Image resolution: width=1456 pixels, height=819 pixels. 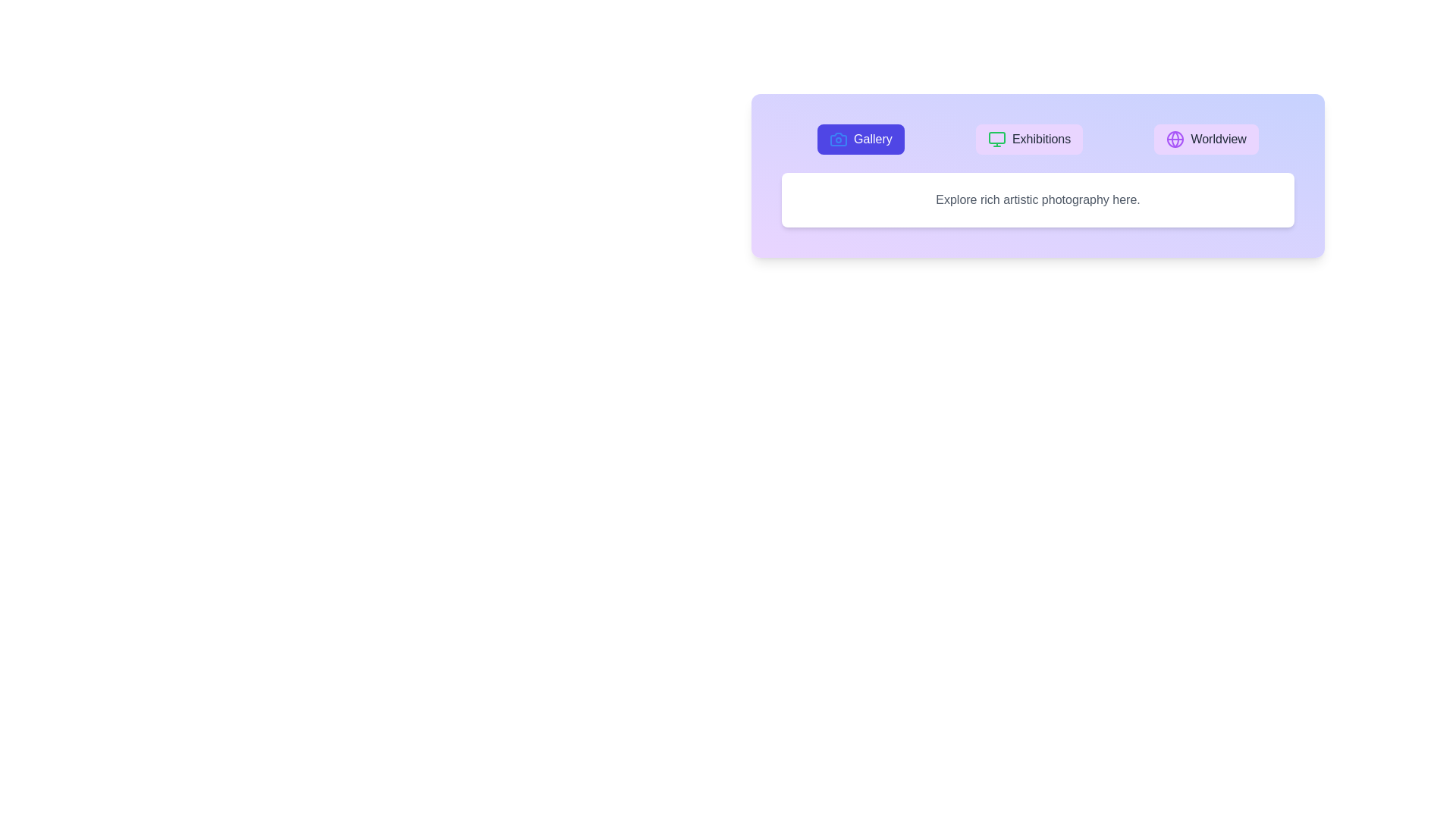 I want to click on the active tab labeled 'Gallery', so click(x=860, y=140).